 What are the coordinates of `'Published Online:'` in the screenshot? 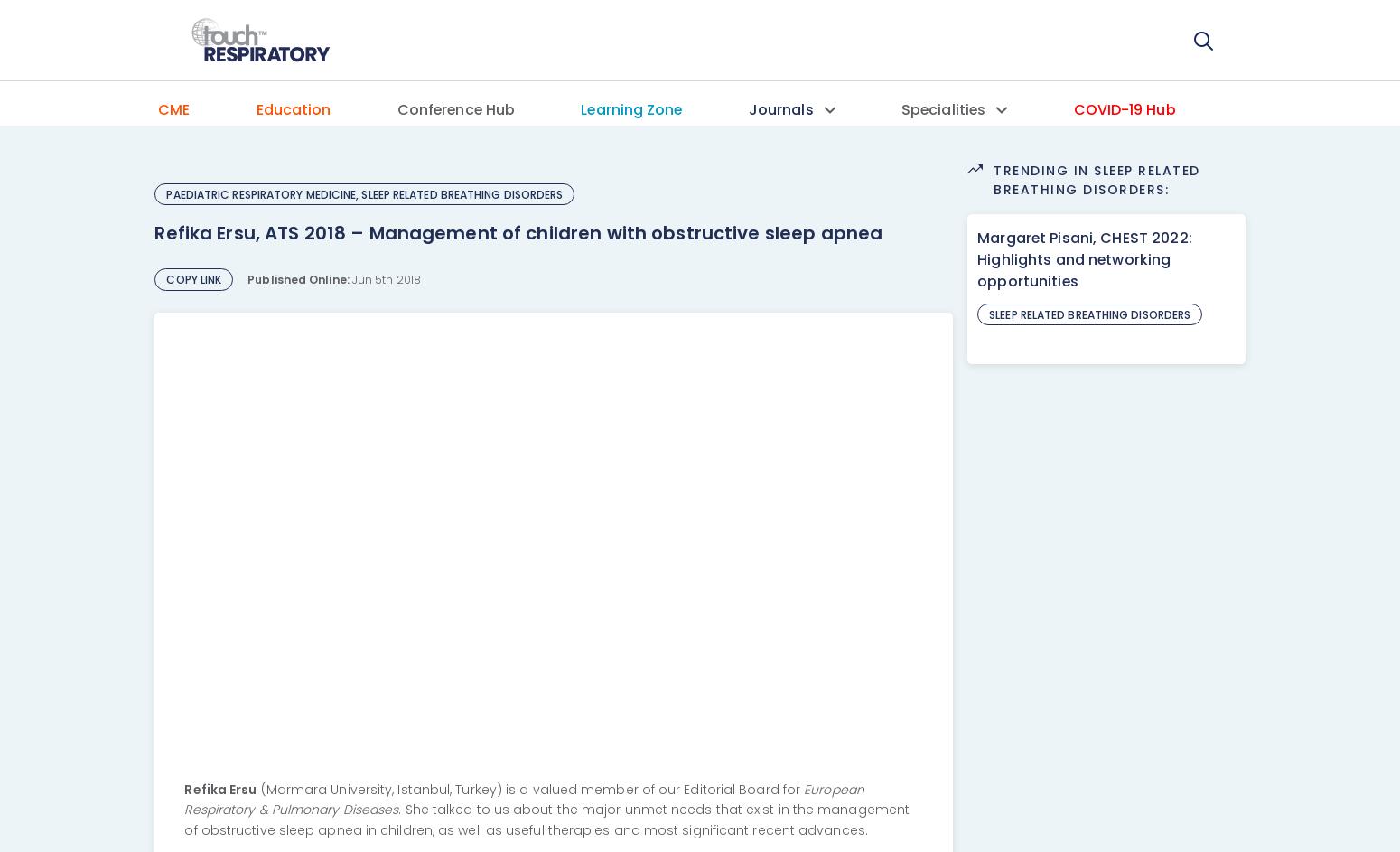 It's located at (298, 278).